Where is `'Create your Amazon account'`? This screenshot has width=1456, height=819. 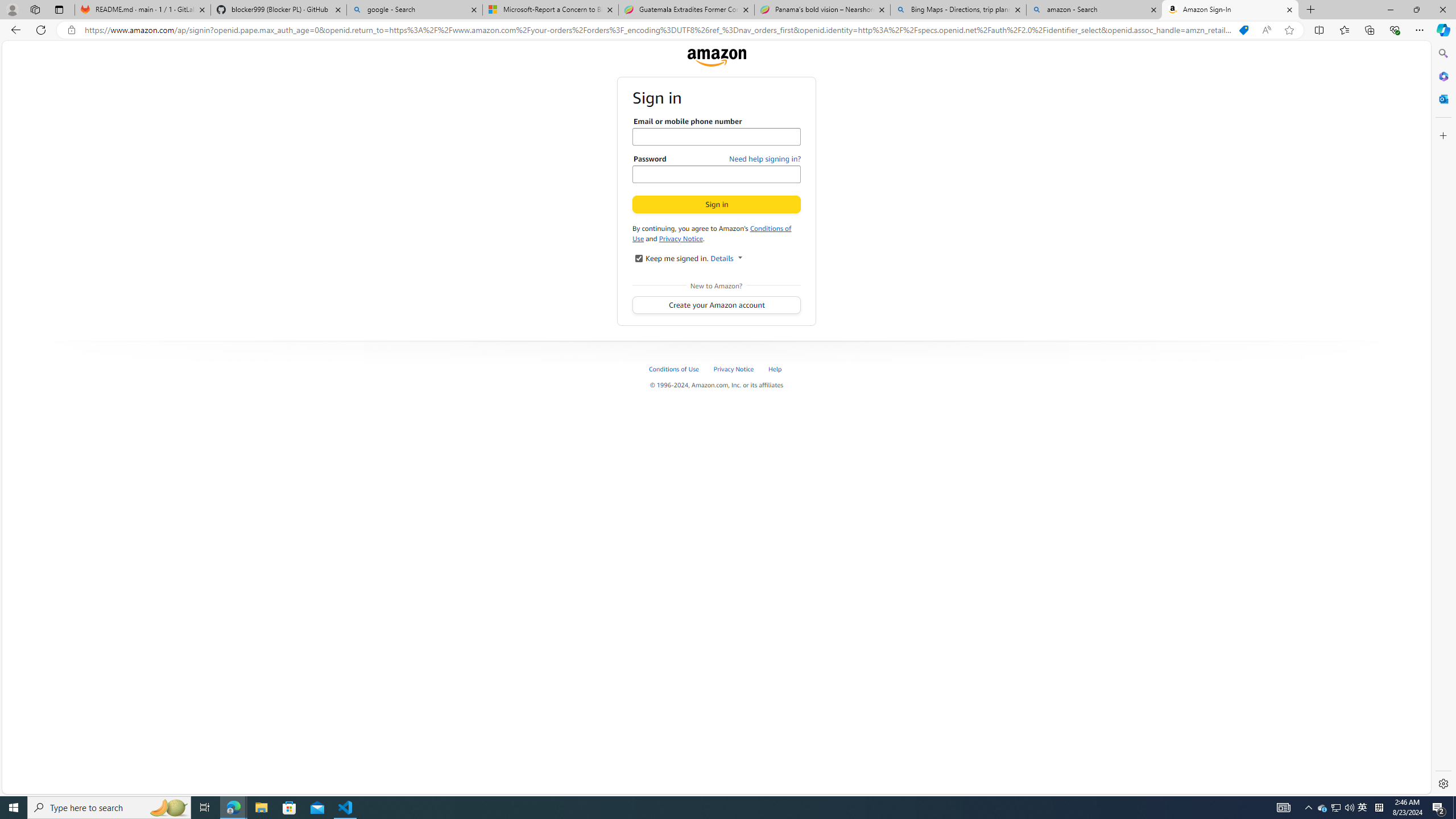
'Create your Amazon account' is located at coordinates (716, 305).